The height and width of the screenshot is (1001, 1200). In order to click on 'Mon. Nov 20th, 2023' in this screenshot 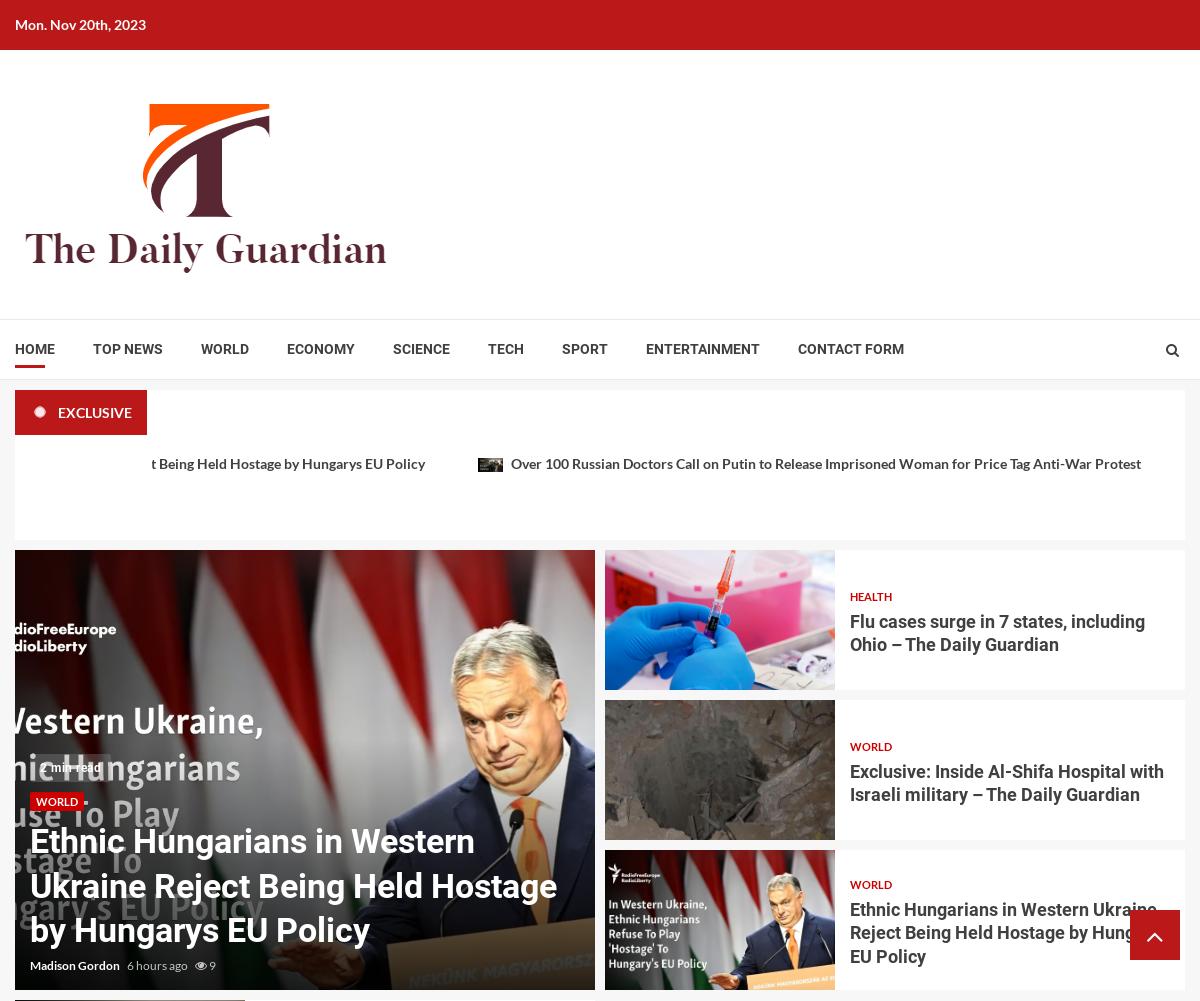, I will do `click(80, 24)`.